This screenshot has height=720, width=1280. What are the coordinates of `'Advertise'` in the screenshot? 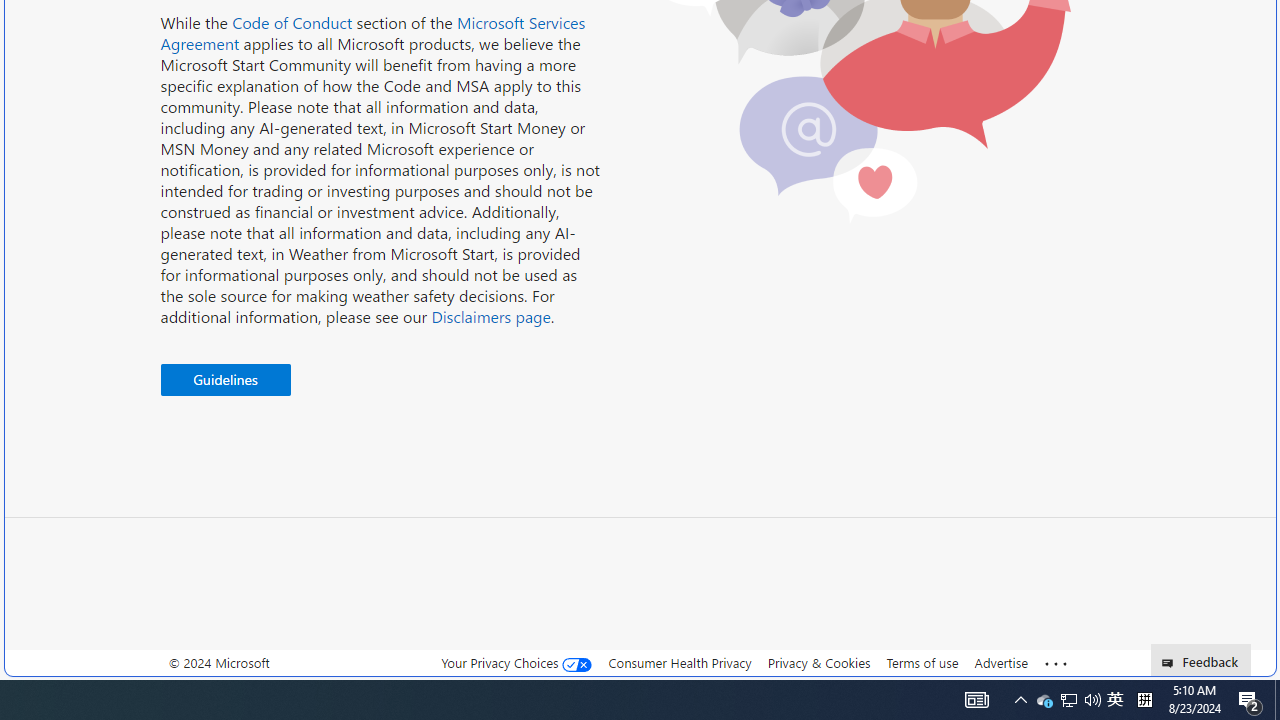 It's located at (1000, 662).